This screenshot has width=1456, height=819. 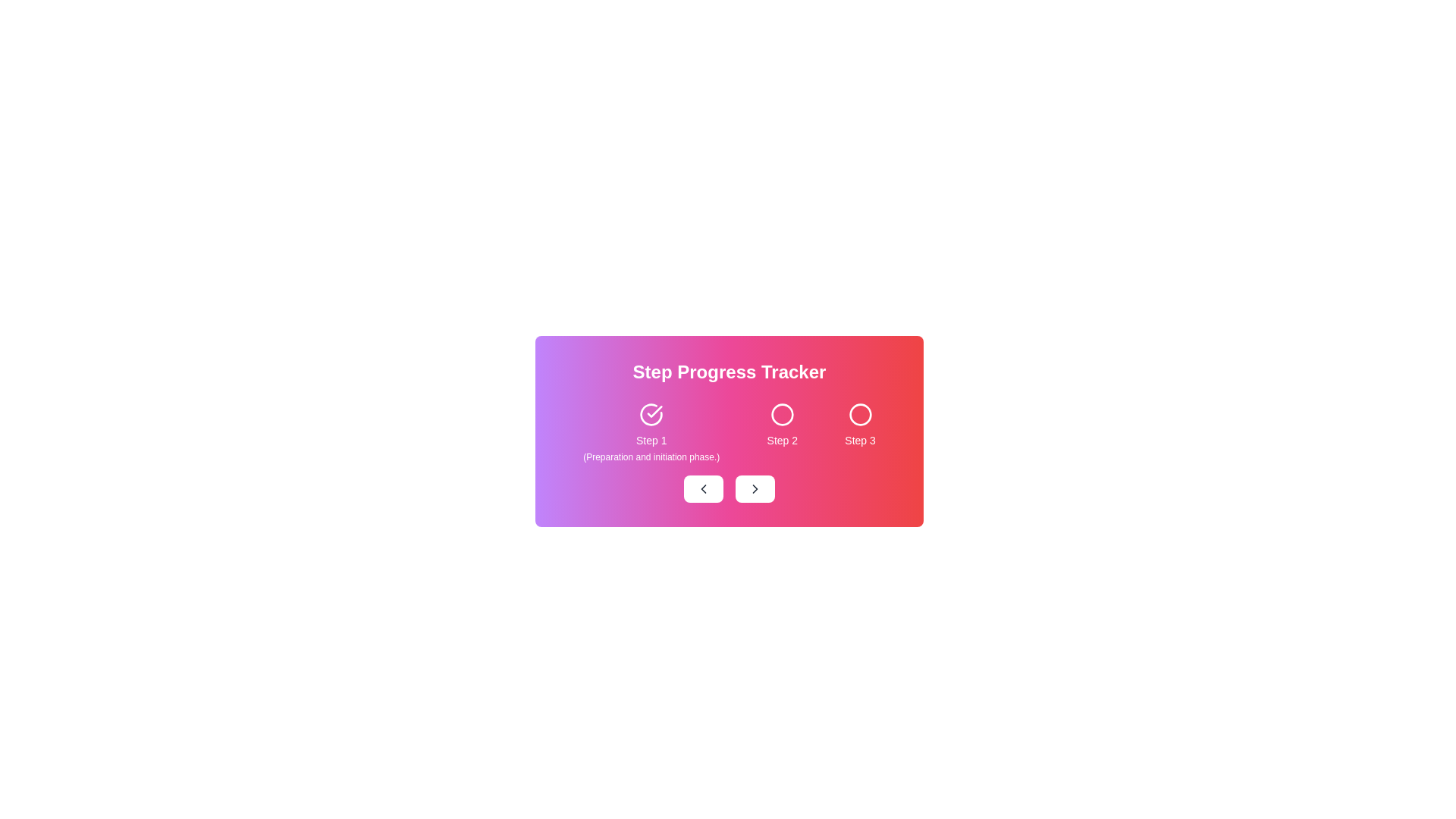 What do you see at coordinates (654, 412) in the screenshot?
I see `the circular icon representing 'Step 1' in the step progress tracker to indicate completion of this step` at bounding box center [654, 412].